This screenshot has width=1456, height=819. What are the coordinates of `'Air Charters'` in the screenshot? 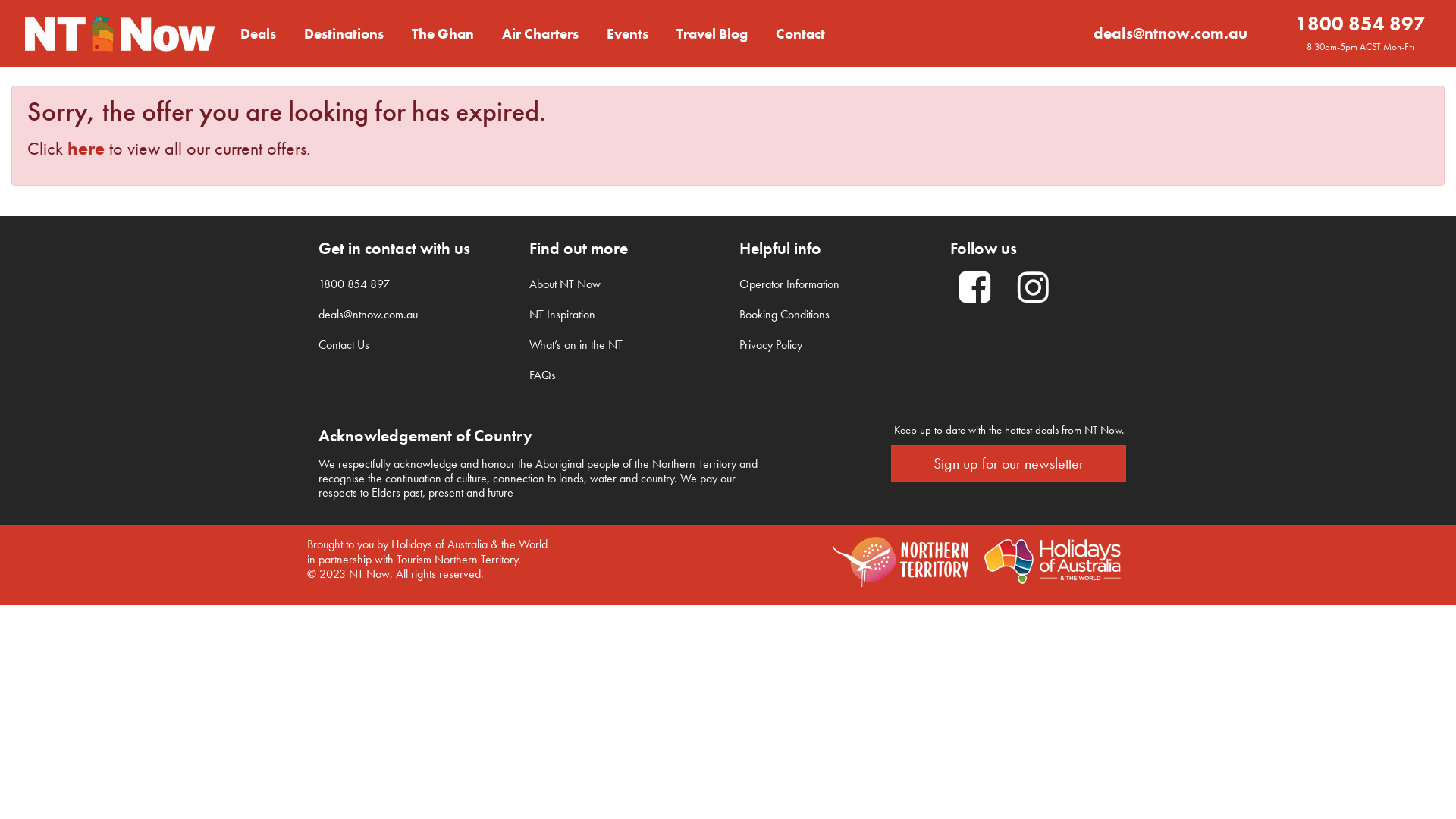 It's located at (540, 33).